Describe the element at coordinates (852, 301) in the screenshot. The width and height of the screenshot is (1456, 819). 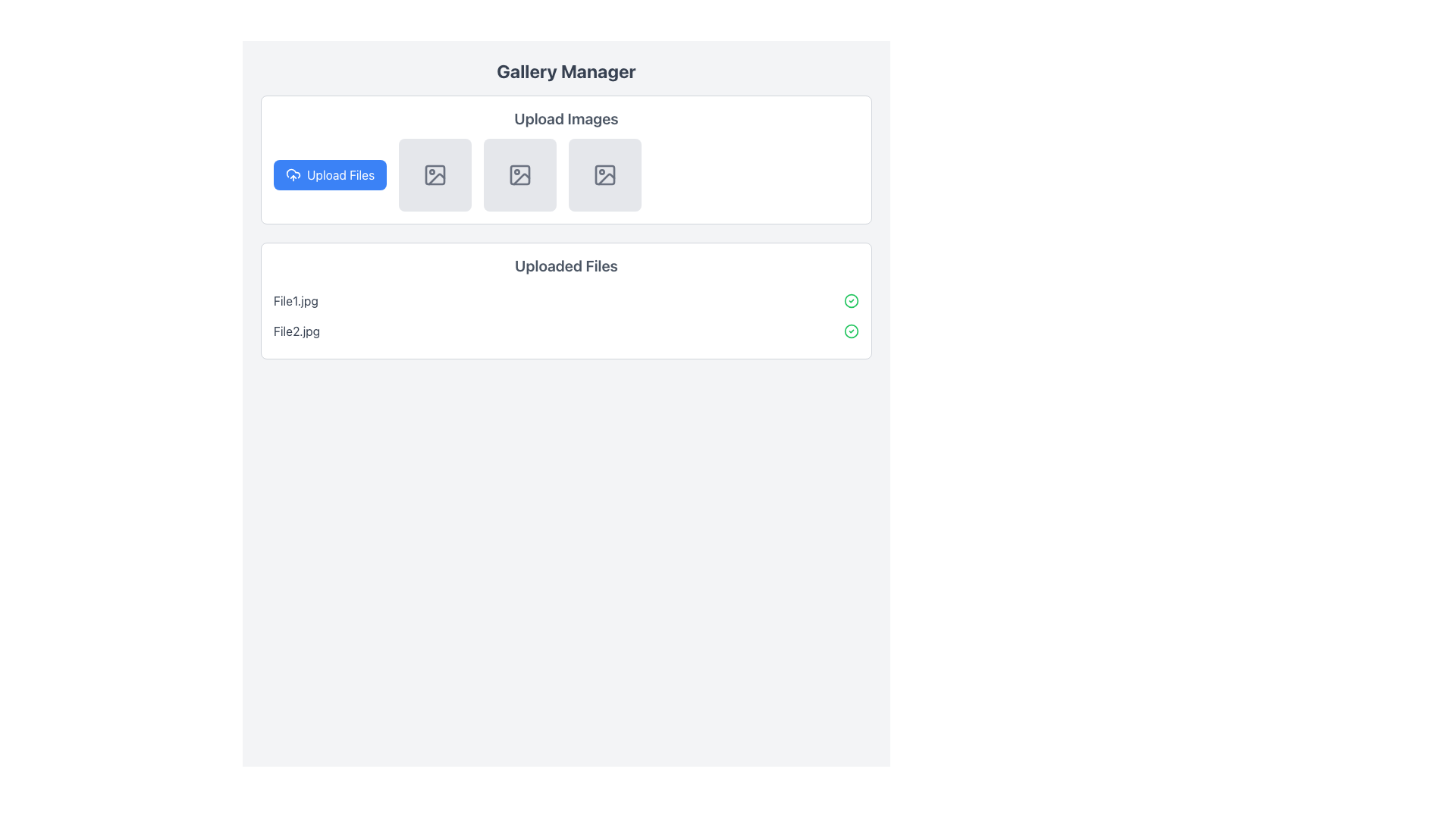
I see `the circular green checkmark icon located to the right of 'File1.jpg' in the uploaded files list` at that location.